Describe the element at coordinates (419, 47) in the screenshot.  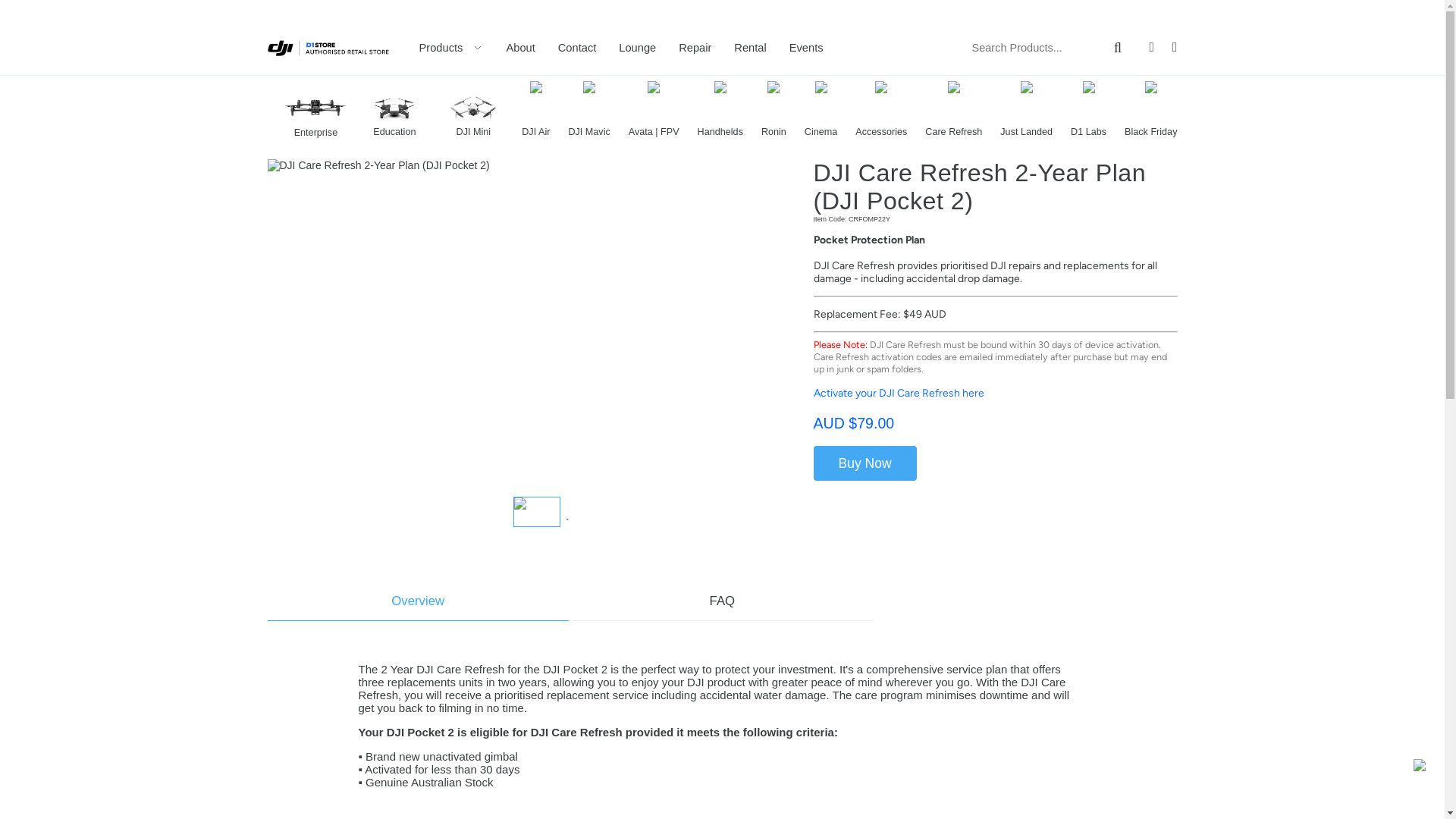
I see `'Products'` at that location.